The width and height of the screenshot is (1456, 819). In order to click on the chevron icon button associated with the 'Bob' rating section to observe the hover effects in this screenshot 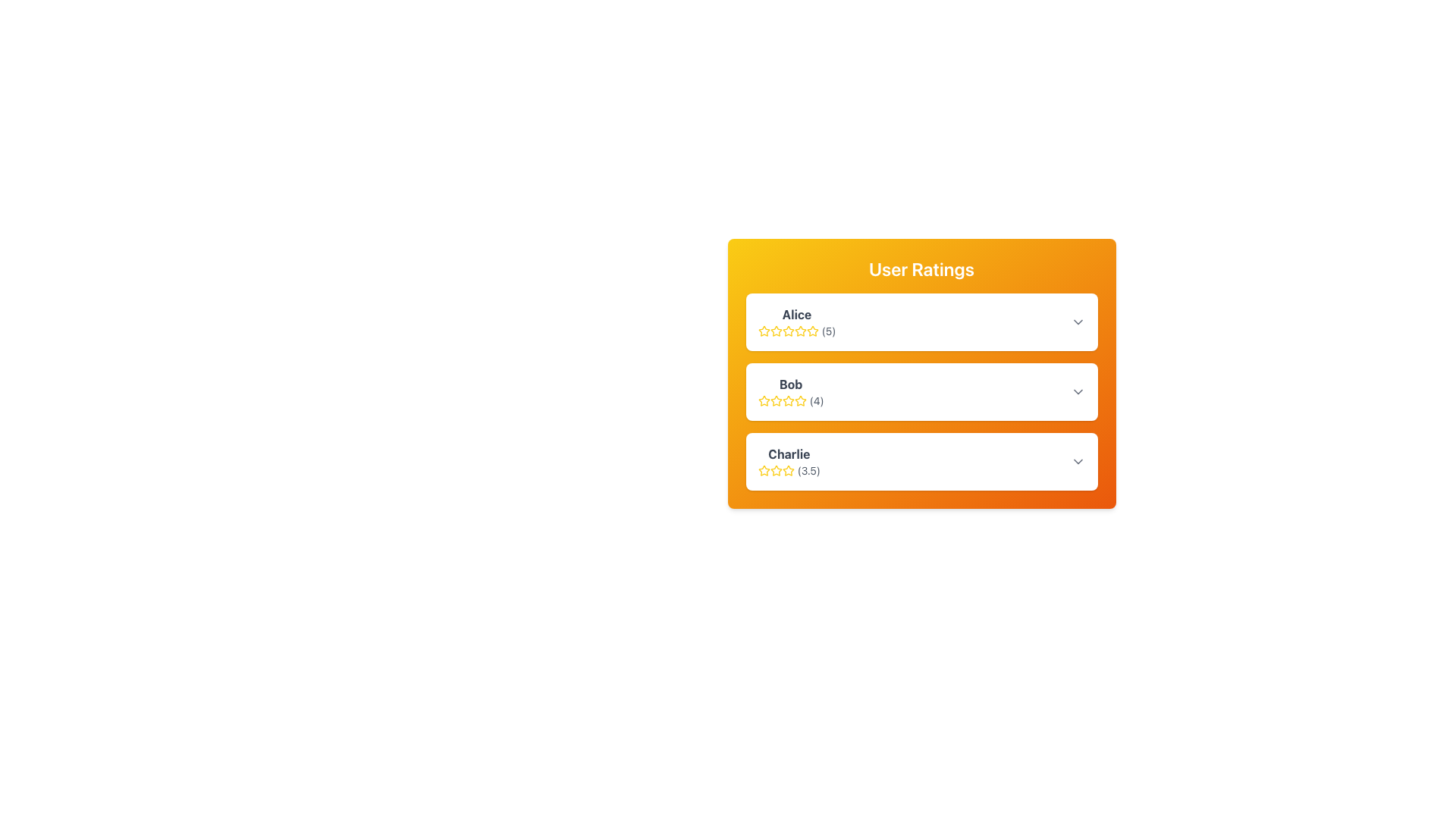, I will do `click(1077, 391)`.